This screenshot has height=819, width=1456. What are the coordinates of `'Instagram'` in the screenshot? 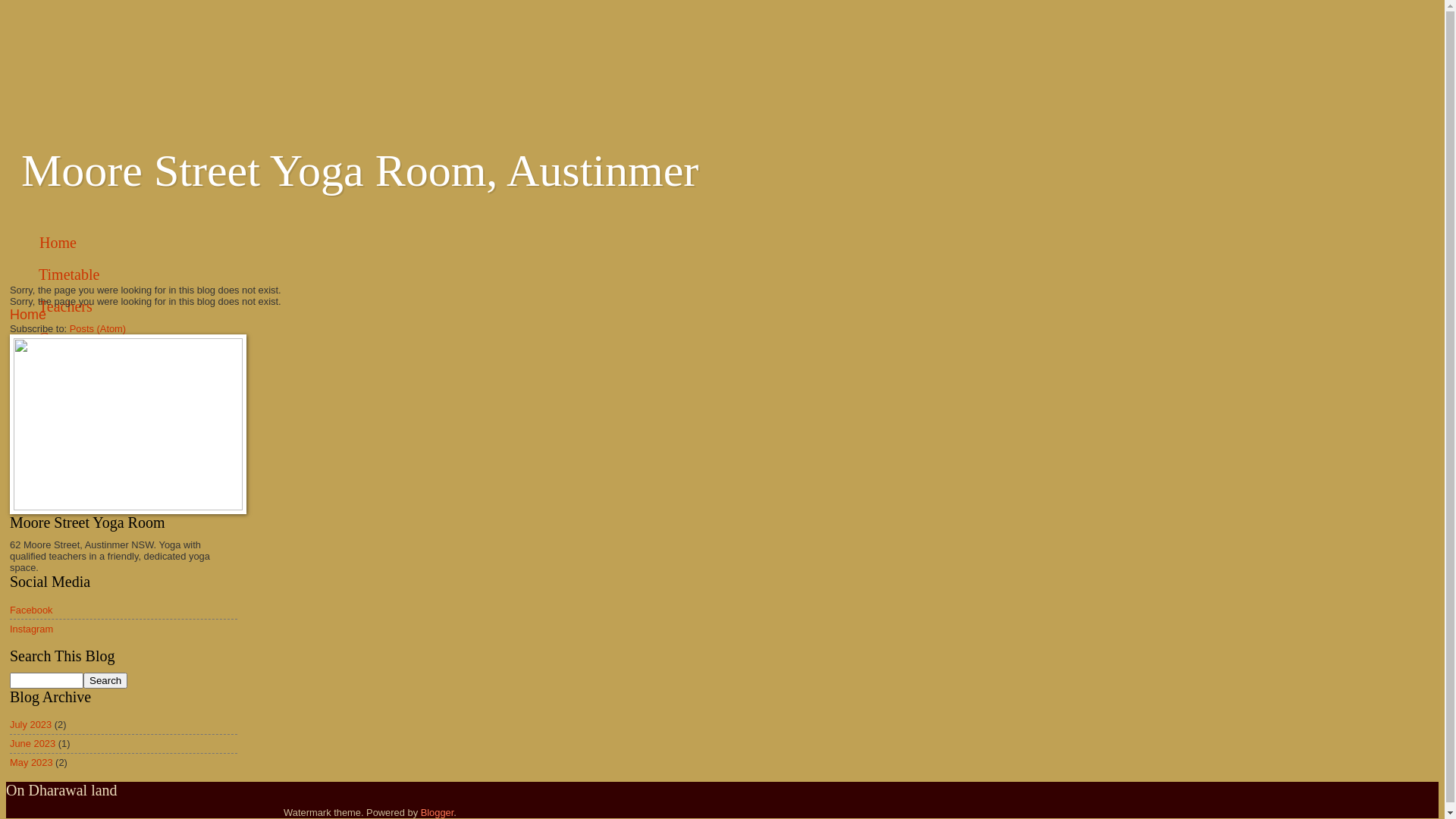 It's located at (31, 629).